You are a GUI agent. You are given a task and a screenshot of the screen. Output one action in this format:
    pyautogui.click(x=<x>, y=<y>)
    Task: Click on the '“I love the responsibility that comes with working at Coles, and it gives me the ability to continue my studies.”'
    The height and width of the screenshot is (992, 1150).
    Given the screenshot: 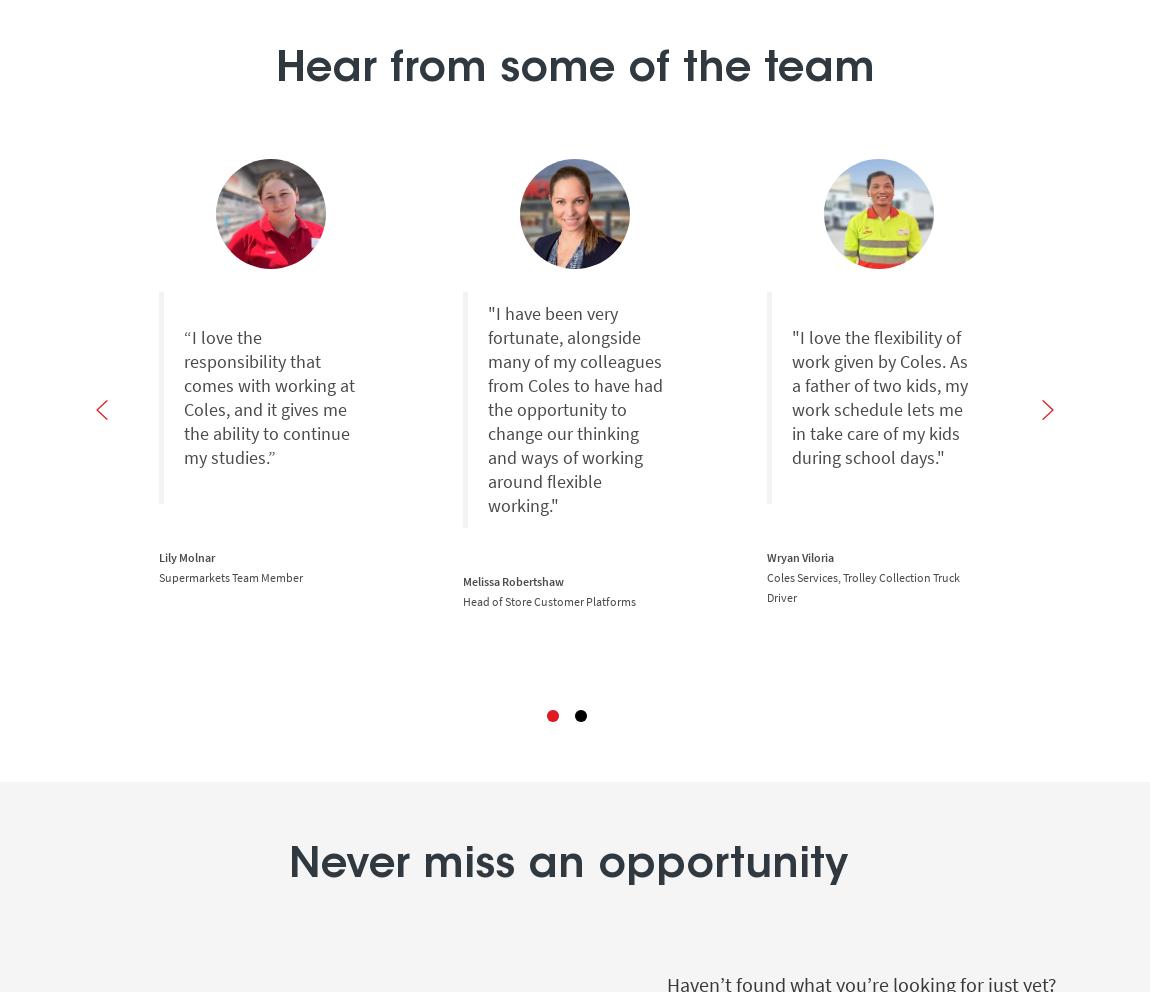 What is the action you would take?
    pyautogui.click(x=268, y=397)
    